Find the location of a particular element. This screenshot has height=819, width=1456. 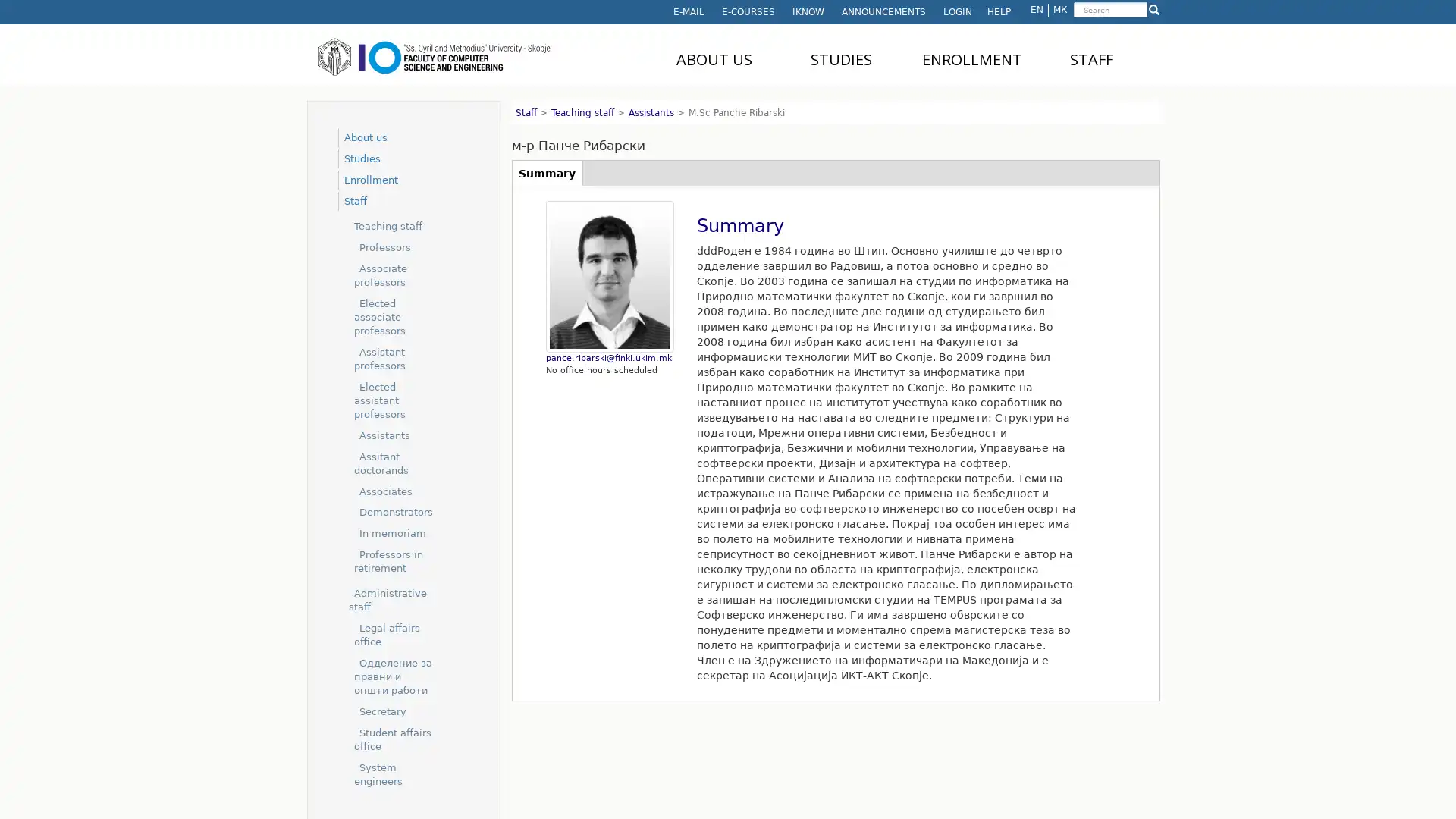

Search is located at coordinates (1074, 20).